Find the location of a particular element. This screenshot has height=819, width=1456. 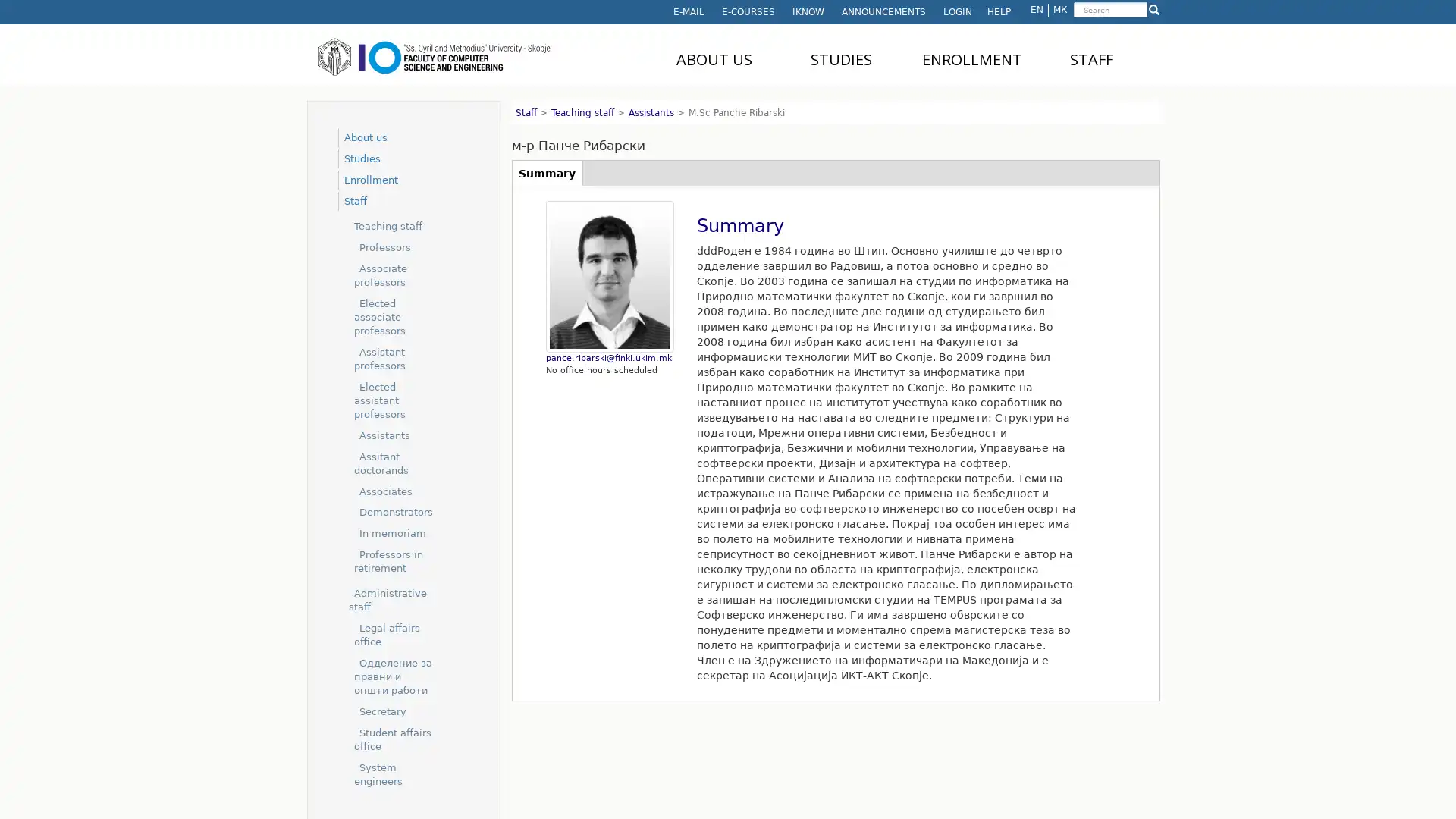

Search is located at coordinates (1074, 20).